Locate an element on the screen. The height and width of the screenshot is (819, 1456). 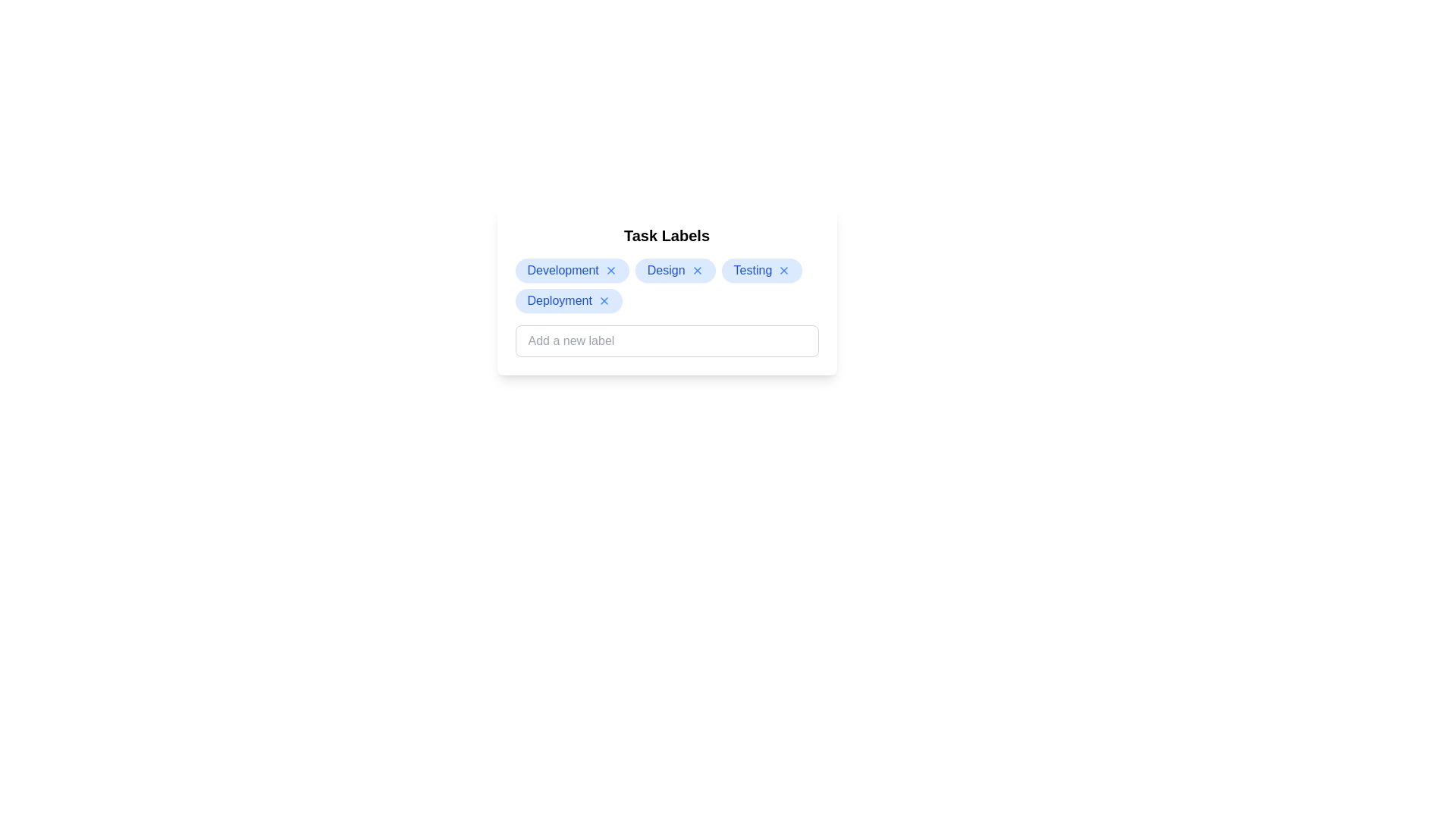
the 'Deployment' tag with a close button, which has a light blue background and dark blue text, located below the 'Development,' 'Design,' and 'Testing' labels is located at coordinates (568, 301).